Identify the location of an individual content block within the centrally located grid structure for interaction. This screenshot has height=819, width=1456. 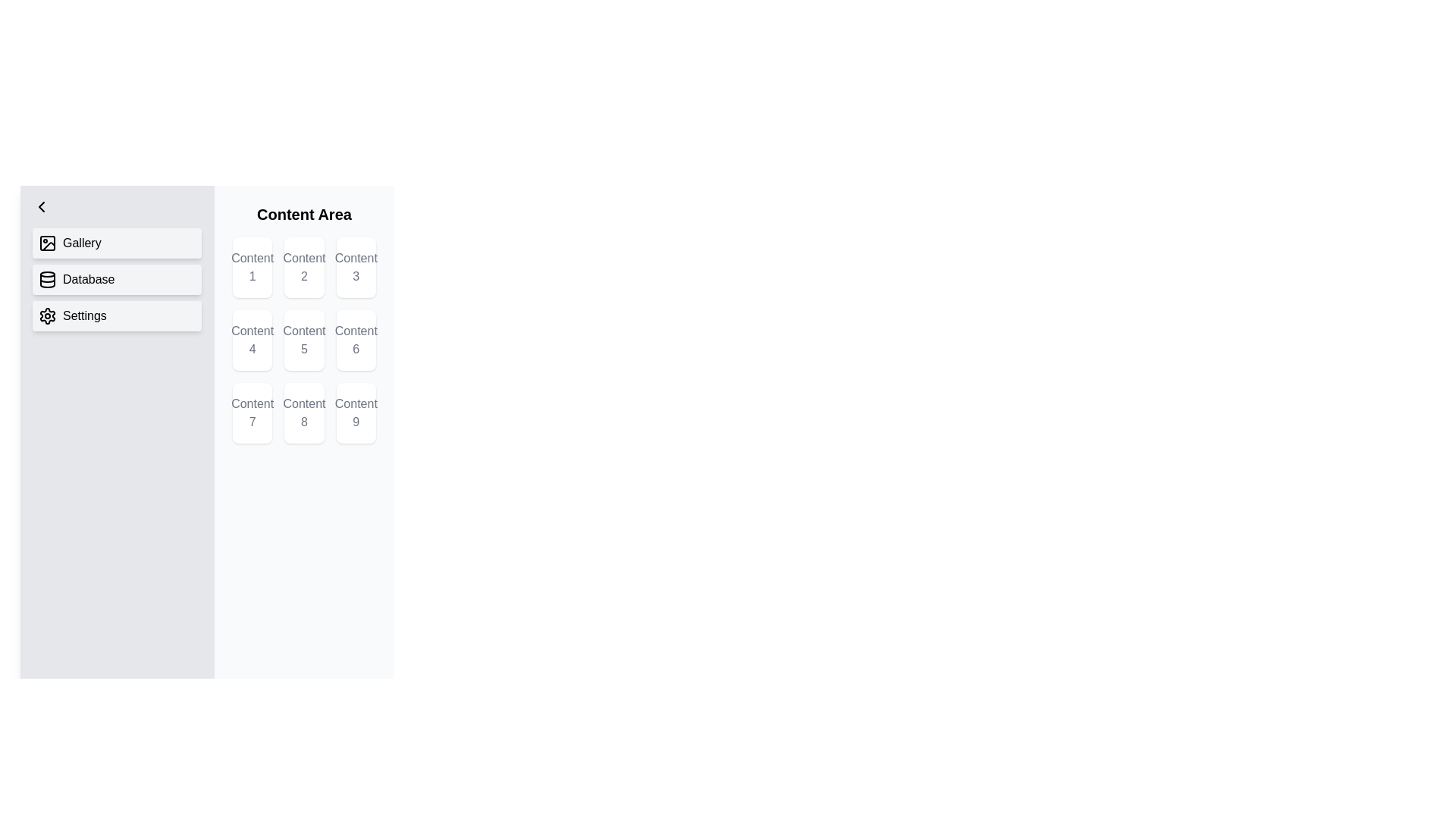
(303, 339).